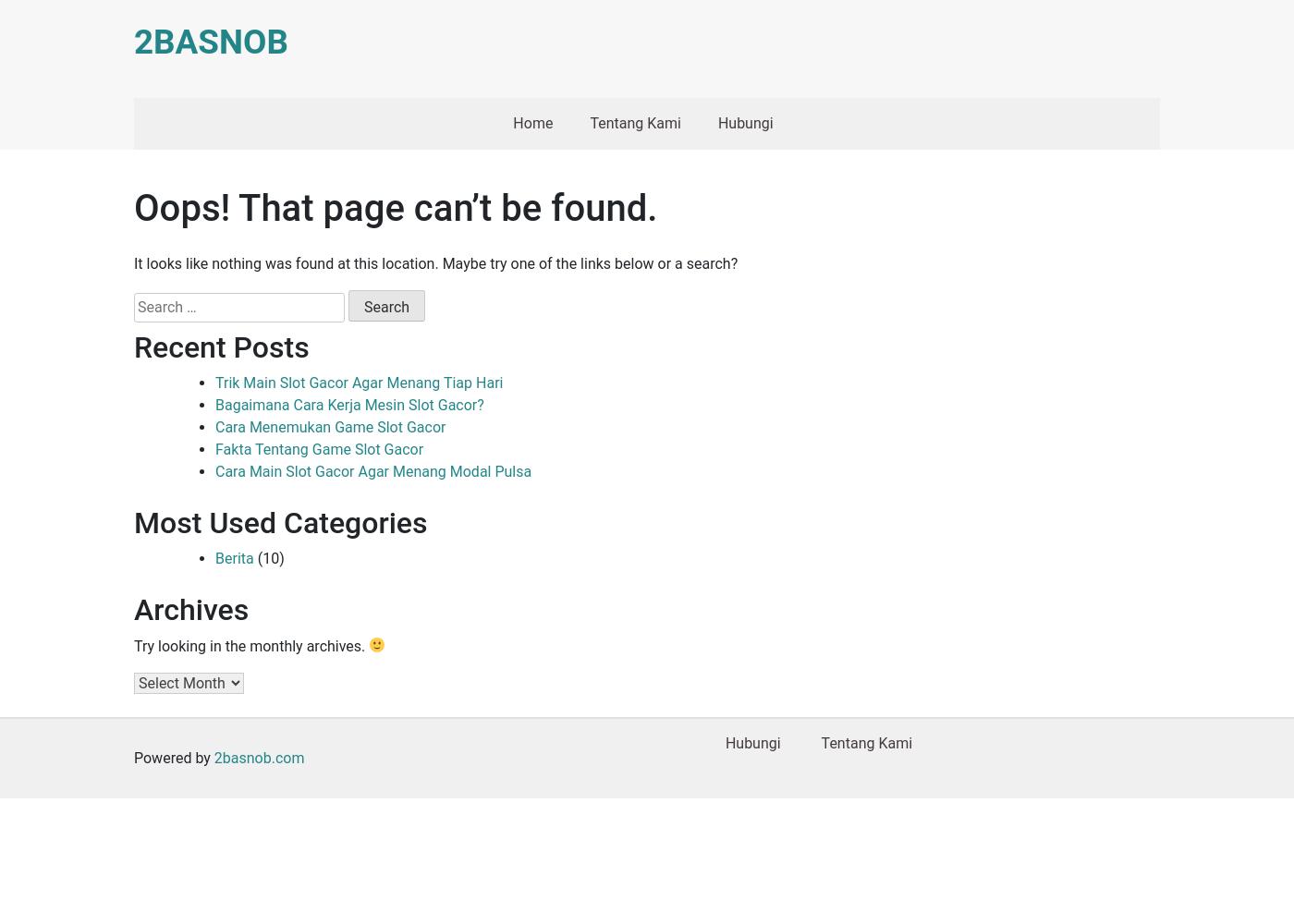 This screenshot has width=1294, height=924. I want to click on 'Cara Menemukan Game Slot Gacor', so click(330, 425).